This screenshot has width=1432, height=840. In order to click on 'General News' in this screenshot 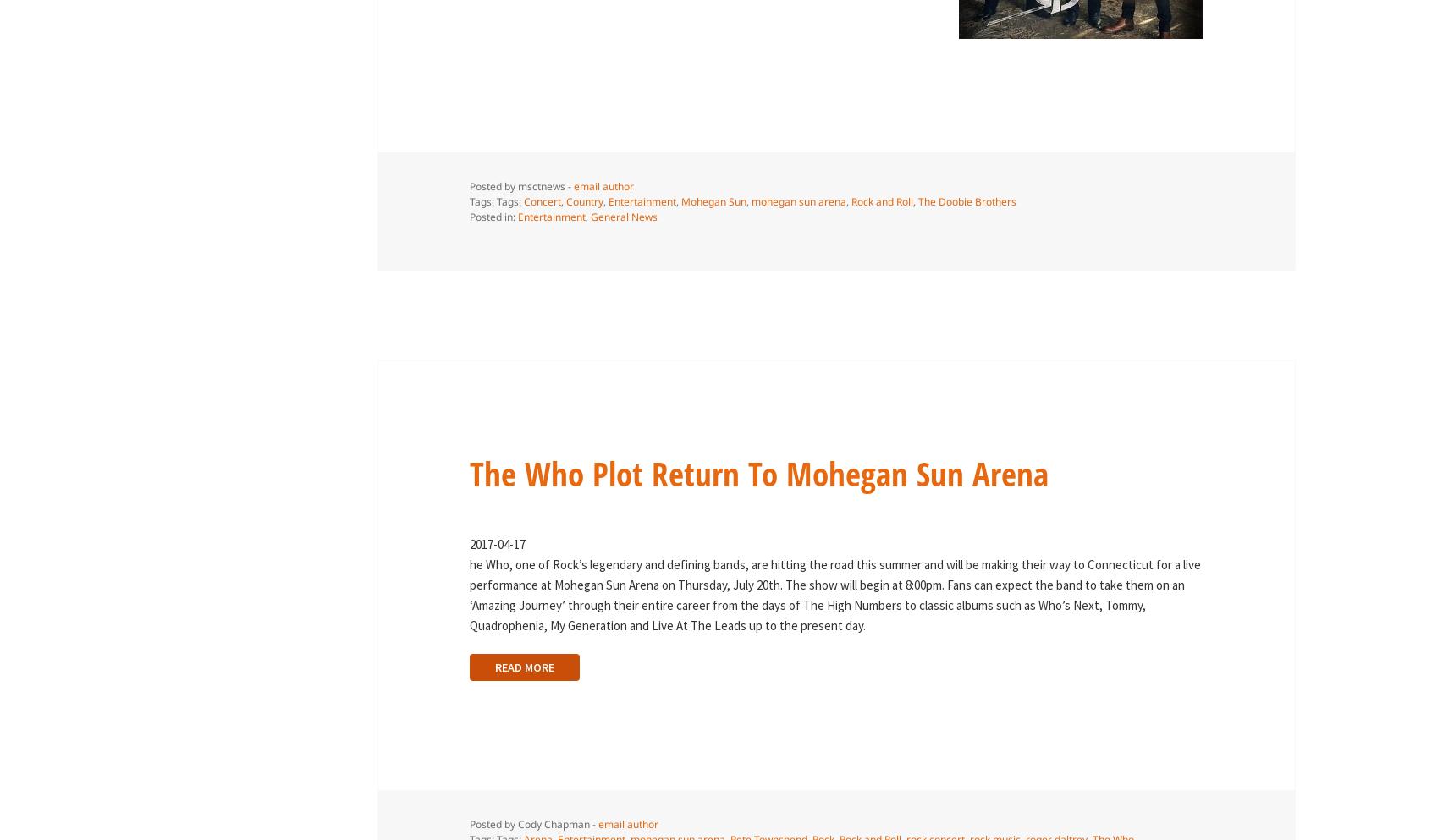, I will do `click(589, 216)`.